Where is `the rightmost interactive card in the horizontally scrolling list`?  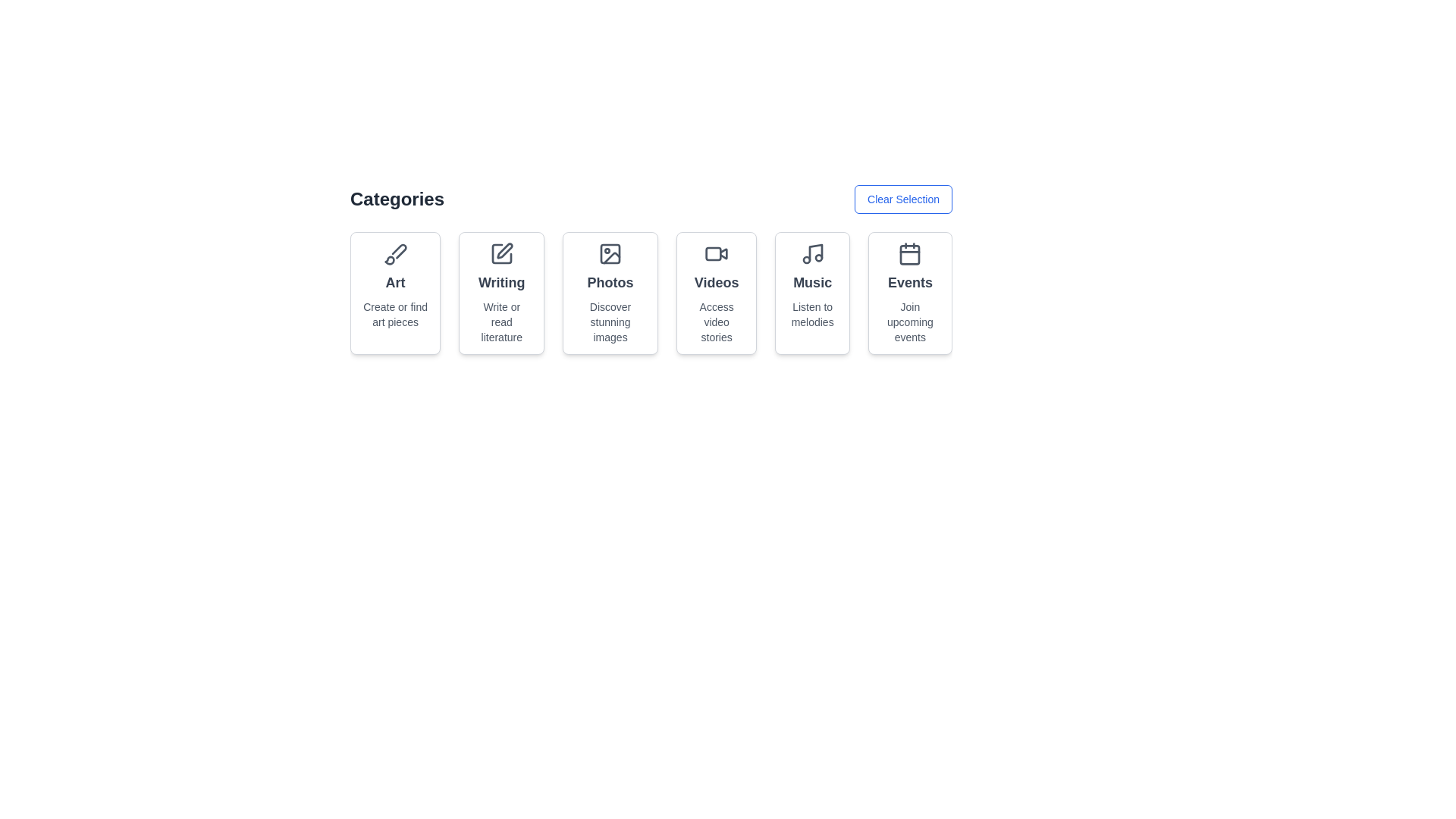 the rightmost interactive card in the horizontally scrolling list is located at coordinates (910, 293).